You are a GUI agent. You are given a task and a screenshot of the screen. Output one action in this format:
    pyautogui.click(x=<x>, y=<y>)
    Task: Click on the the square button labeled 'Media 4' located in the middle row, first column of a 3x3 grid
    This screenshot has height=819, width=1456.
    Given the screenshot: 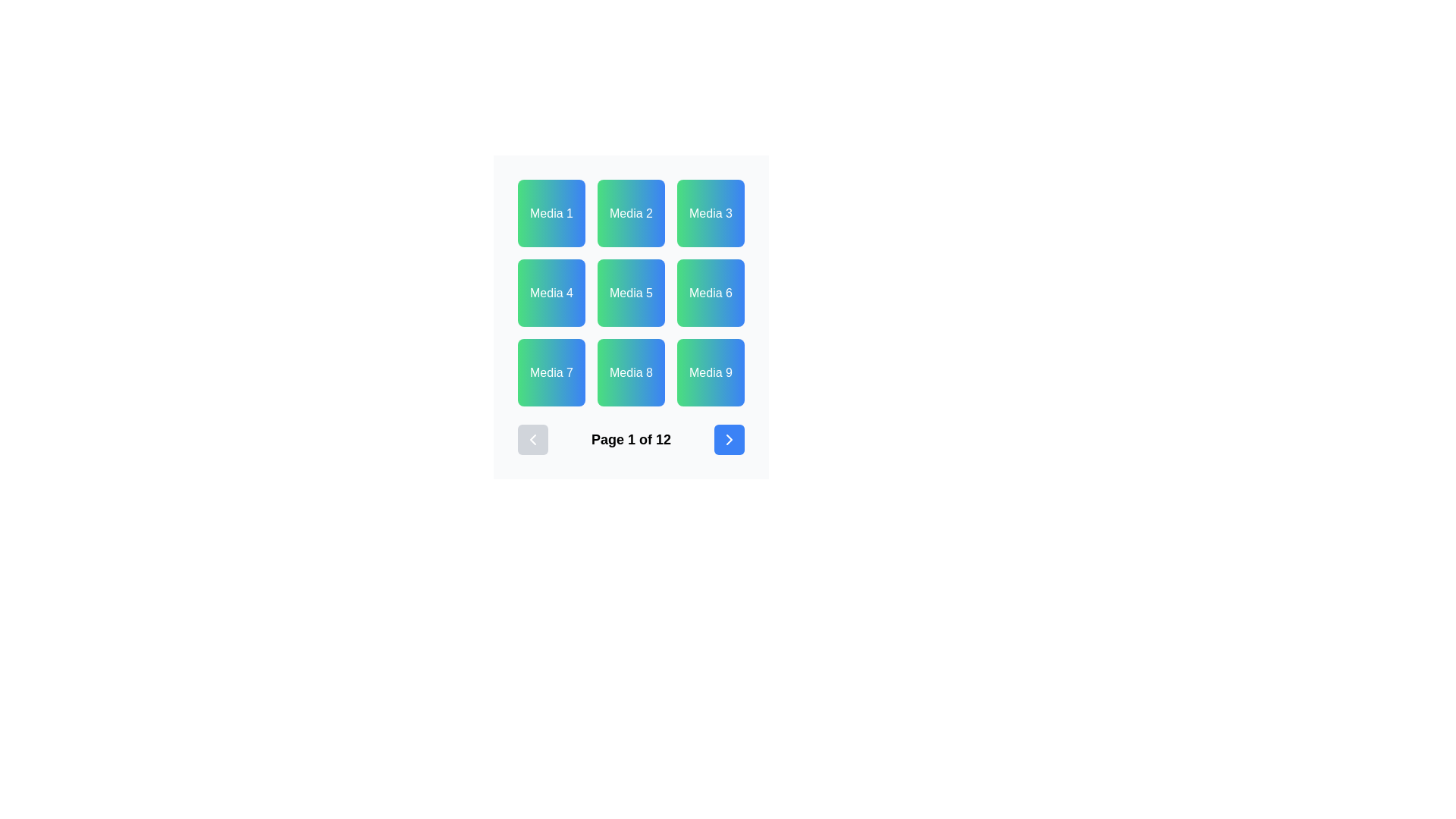 What is the action you would take?
    pyautogui.click(x=551, y=293)
    